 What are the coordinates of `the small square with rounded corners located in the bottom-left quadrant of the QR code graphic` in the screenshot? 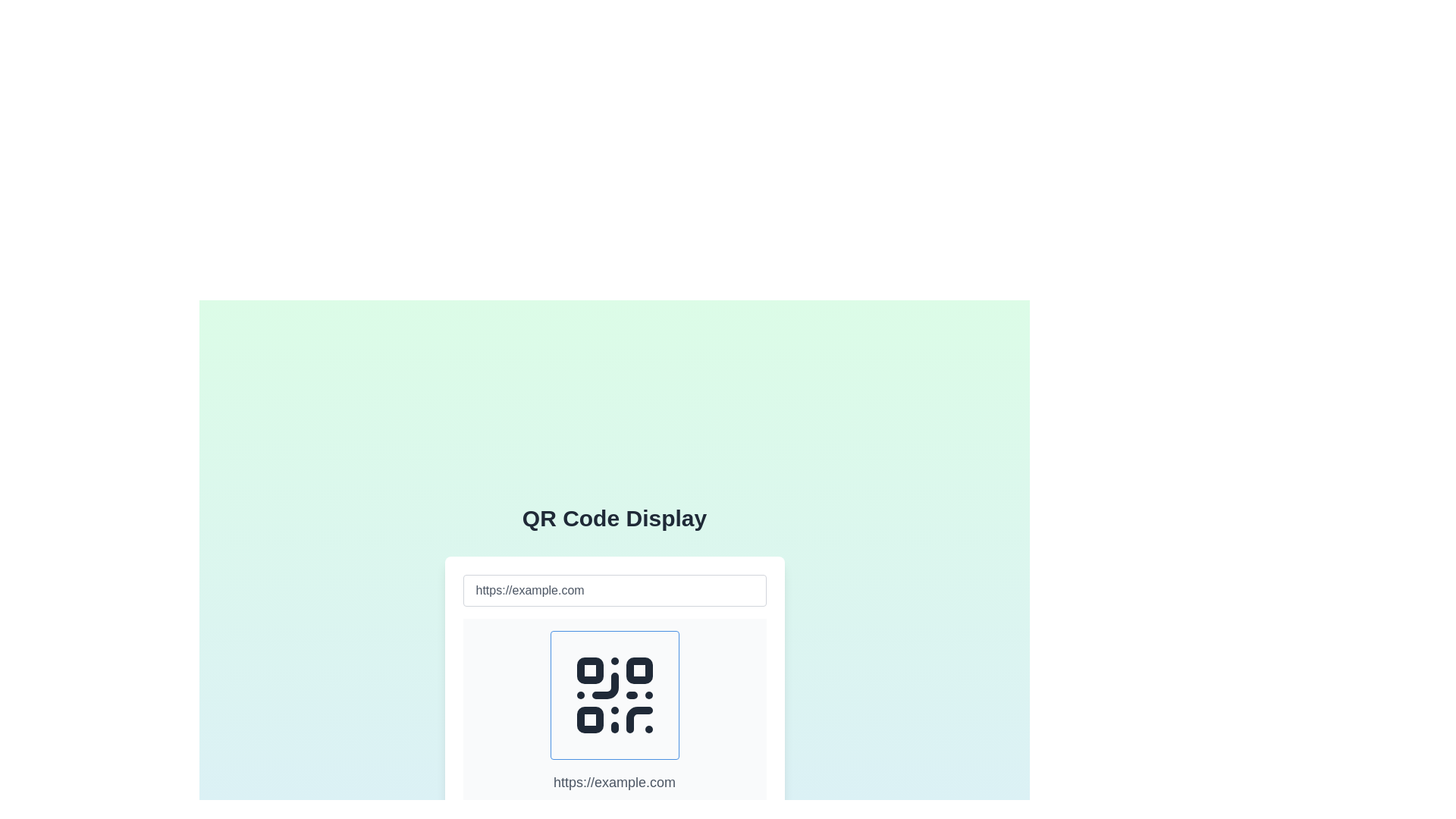 It's located at (588, 719).